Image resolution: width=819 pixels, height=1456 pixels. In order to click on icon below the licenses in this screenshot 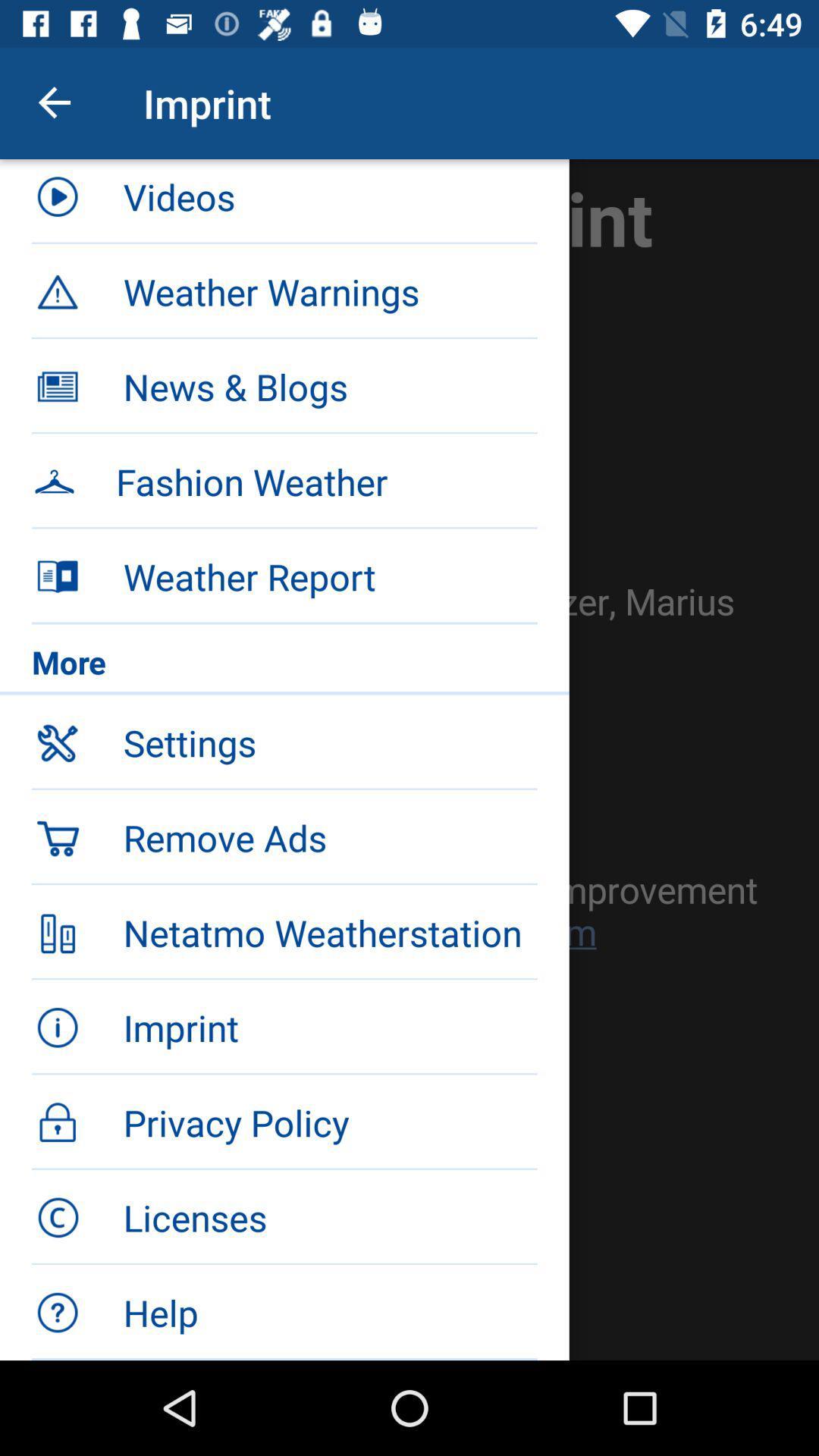, I will do `click(329, 1312)`.